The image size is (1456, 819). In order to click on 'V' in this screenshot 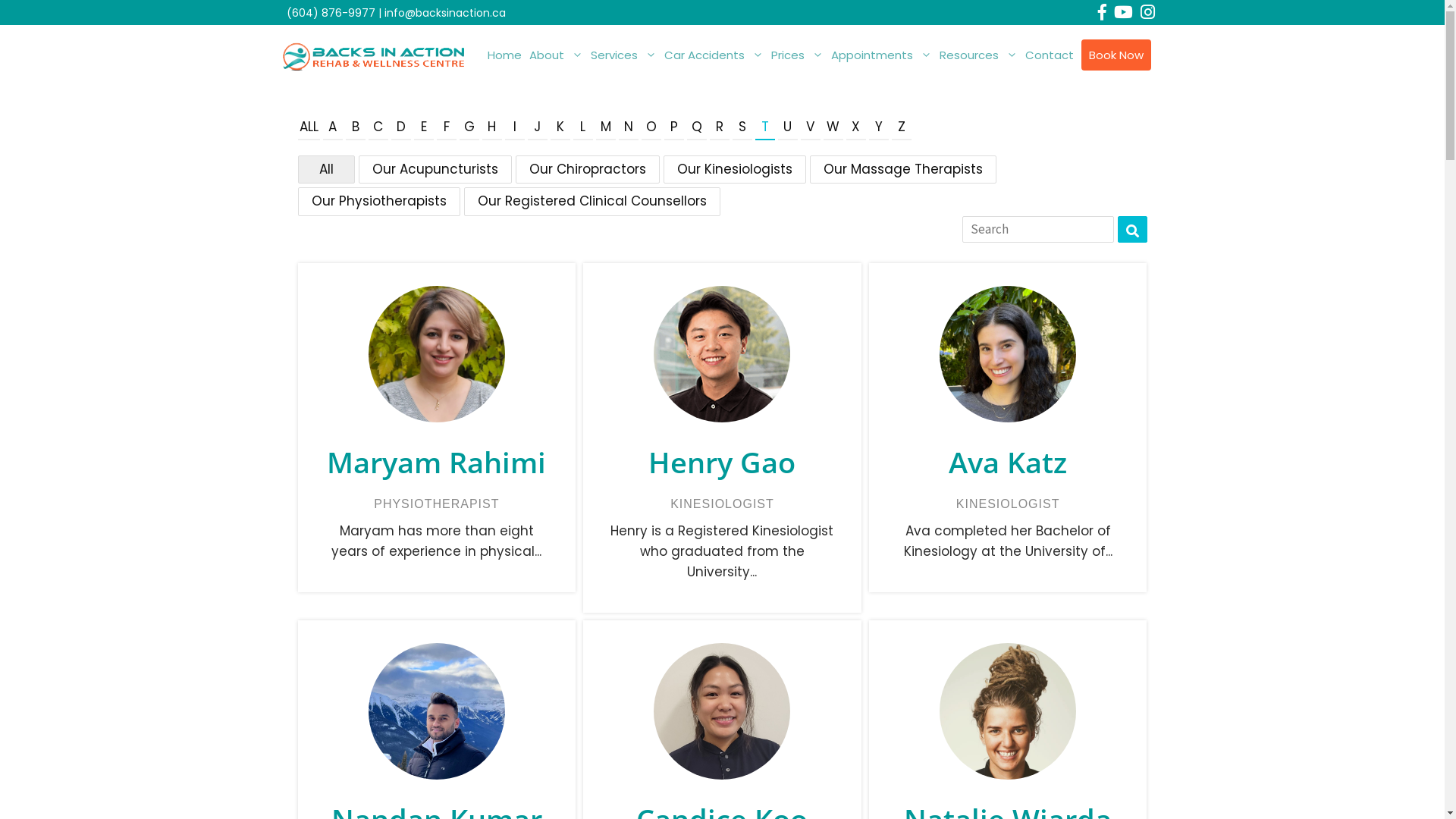, I will do `click(810, 127)`.